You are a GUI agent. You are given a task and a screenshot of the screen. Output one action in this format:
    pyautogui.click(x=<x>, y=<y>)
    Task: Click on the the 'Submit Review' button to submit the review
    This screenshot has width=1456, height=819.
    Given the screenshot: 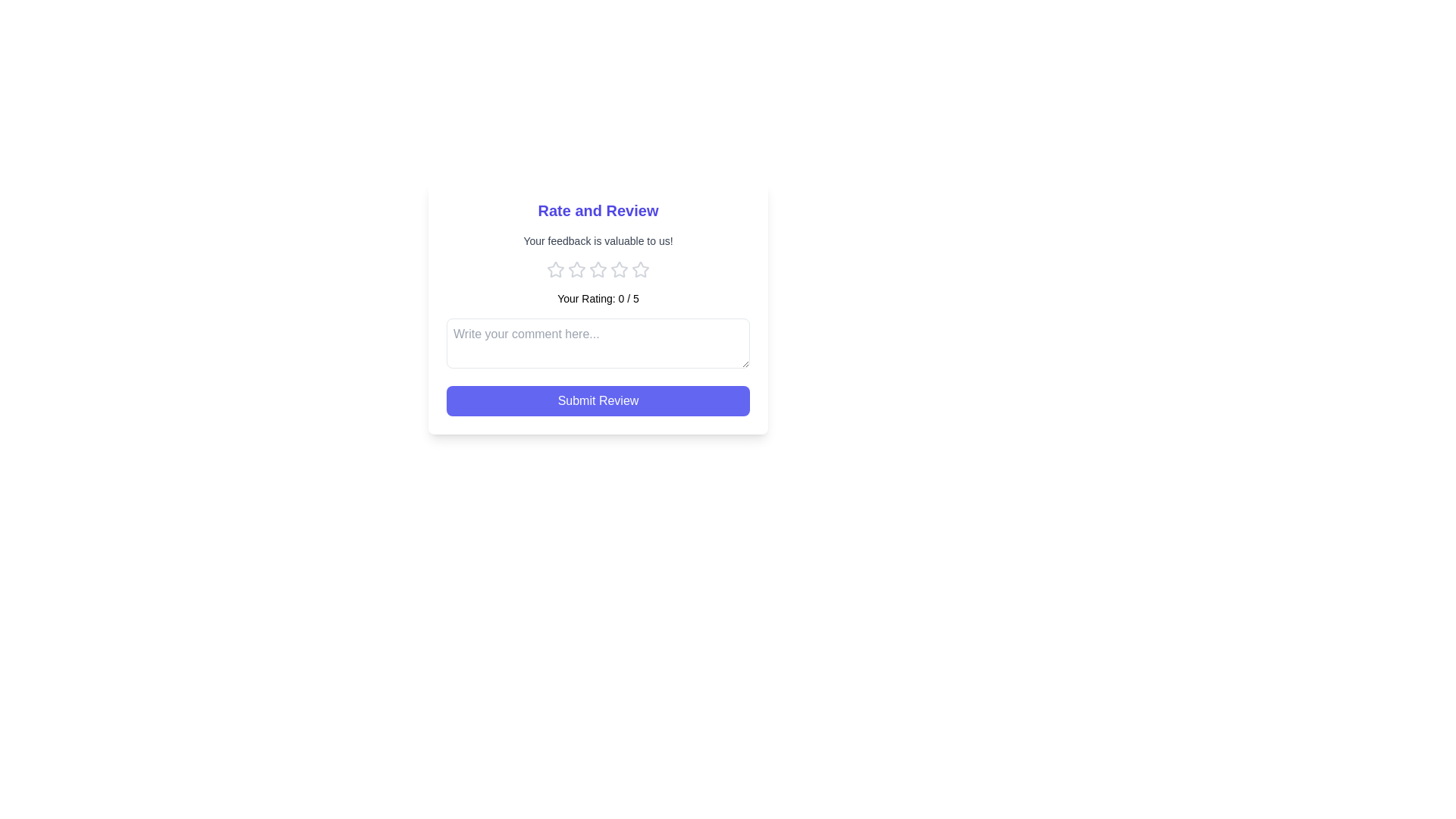 What is the action you would take?
    pyautogui.click(x=597, y=400)
    